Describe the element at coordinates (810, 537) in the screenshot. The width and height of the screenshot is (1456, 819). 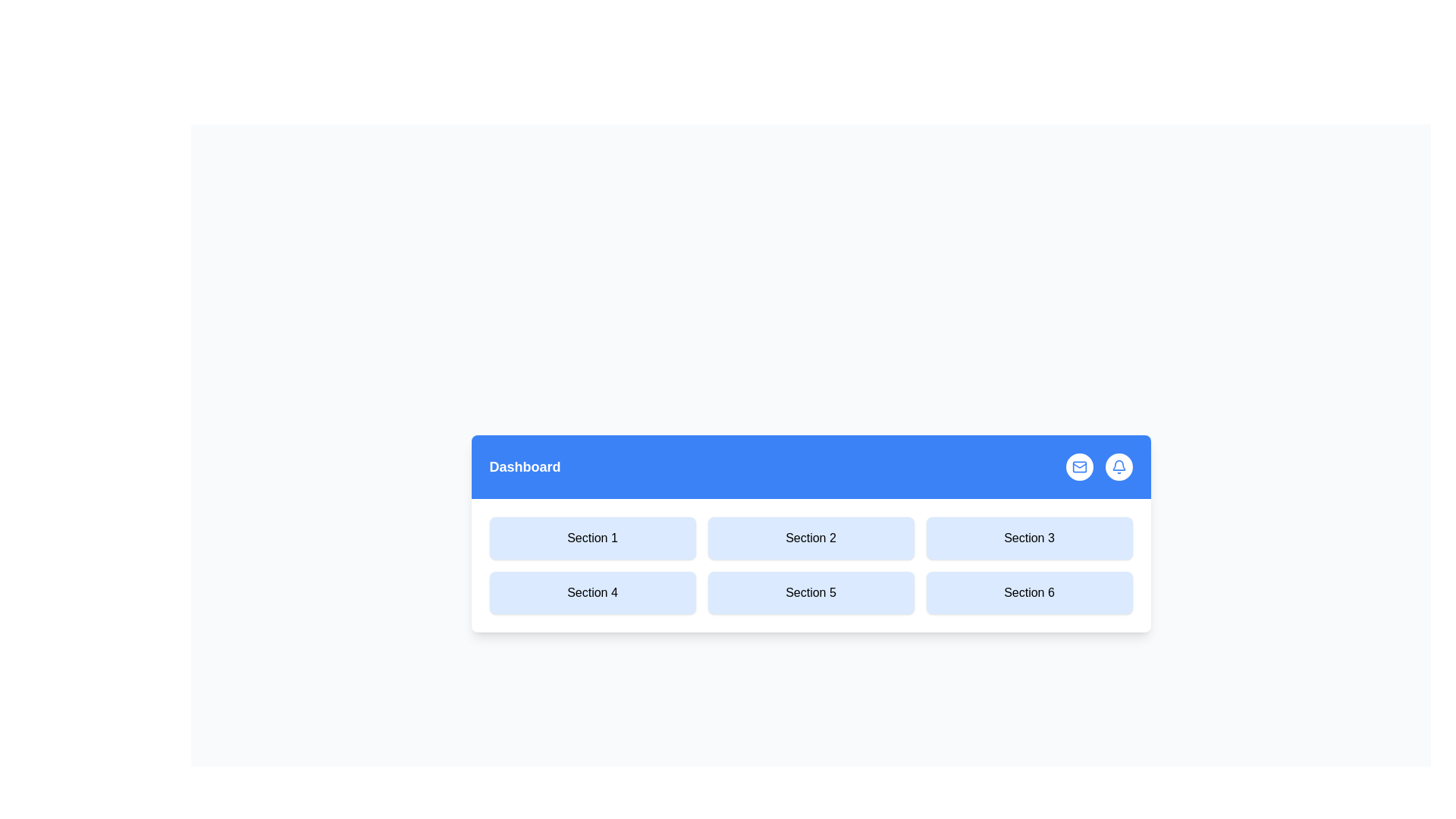
I see `the Button-like interactive label located in the second column of the first row of the grid layout, positioned between 'Section 1' and 'Section 3'` at that location.